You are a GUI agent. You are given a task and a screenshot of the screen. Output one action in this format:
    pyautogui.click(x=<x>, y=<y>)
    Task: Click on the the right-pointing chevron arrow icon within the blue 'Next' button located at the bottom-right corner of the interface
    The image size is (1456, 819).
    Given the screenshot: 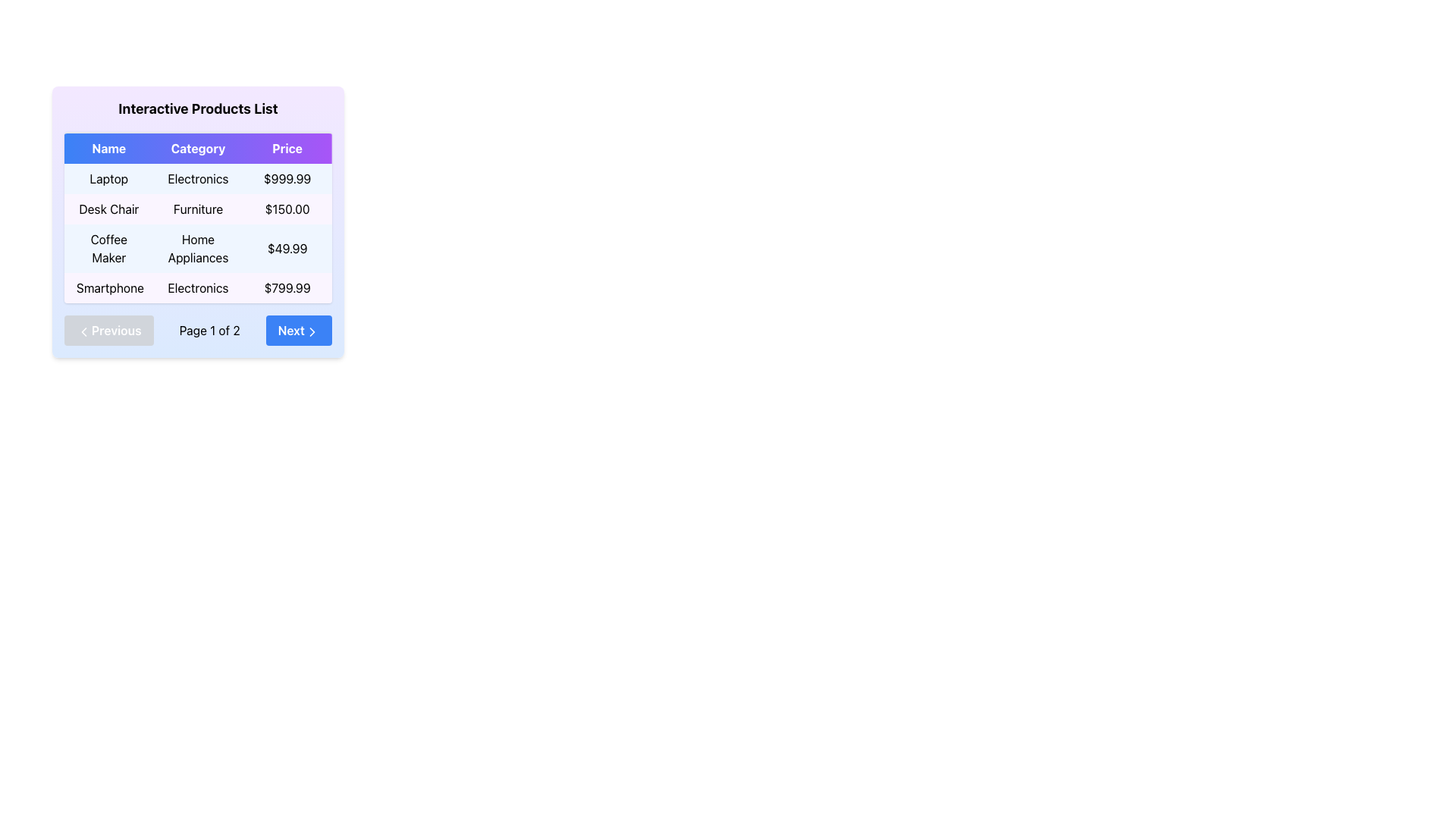 What is the action you would take?
    pyautogui.click(x=312, y=331)
    